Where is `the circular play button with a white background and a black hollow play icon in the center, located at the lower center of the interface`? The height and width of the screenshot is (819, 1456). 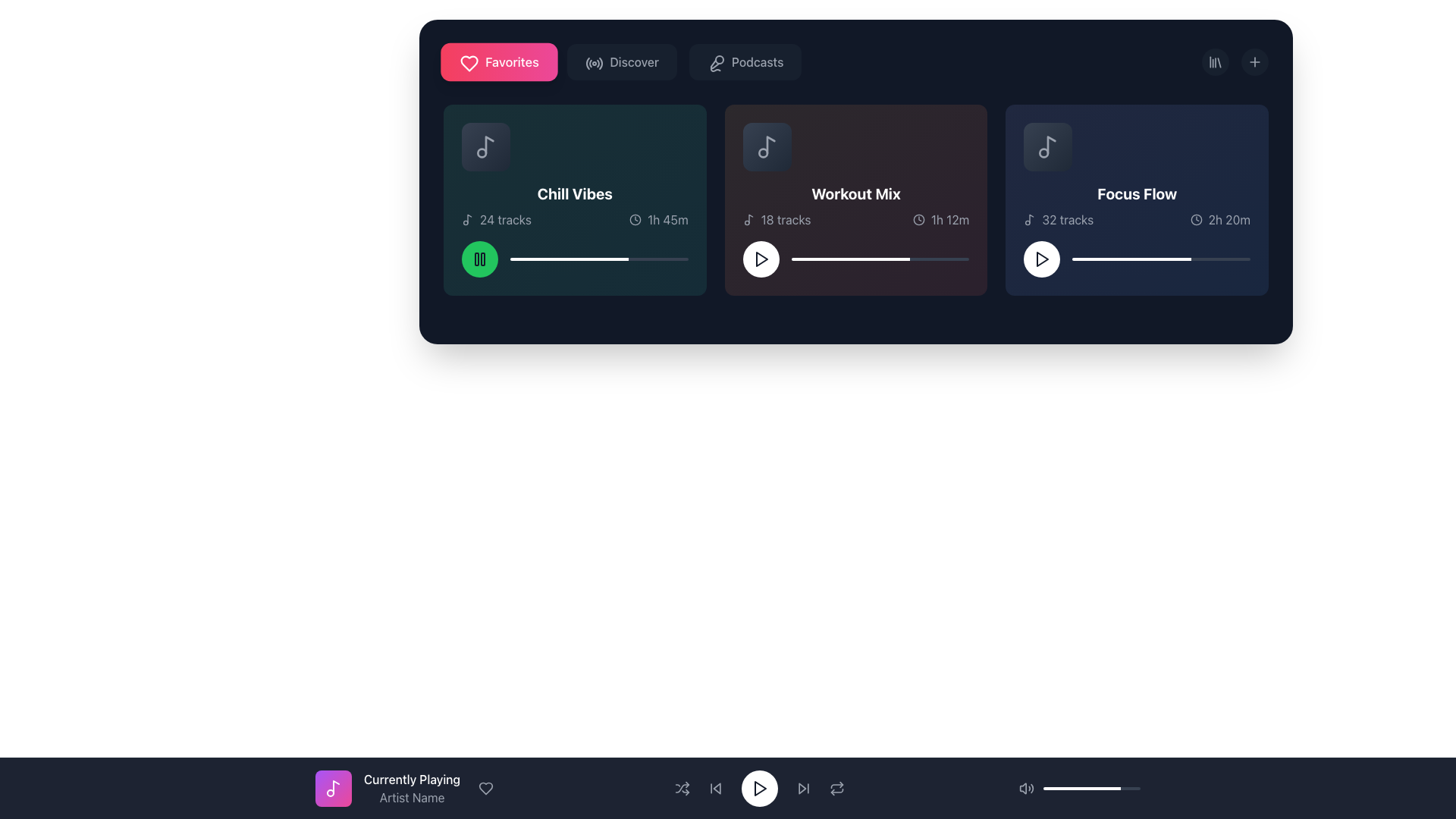 the circular play button with a white background and a black hollow play icon in the center, located at the lower center of the interface is located at coordinates (759, 788).